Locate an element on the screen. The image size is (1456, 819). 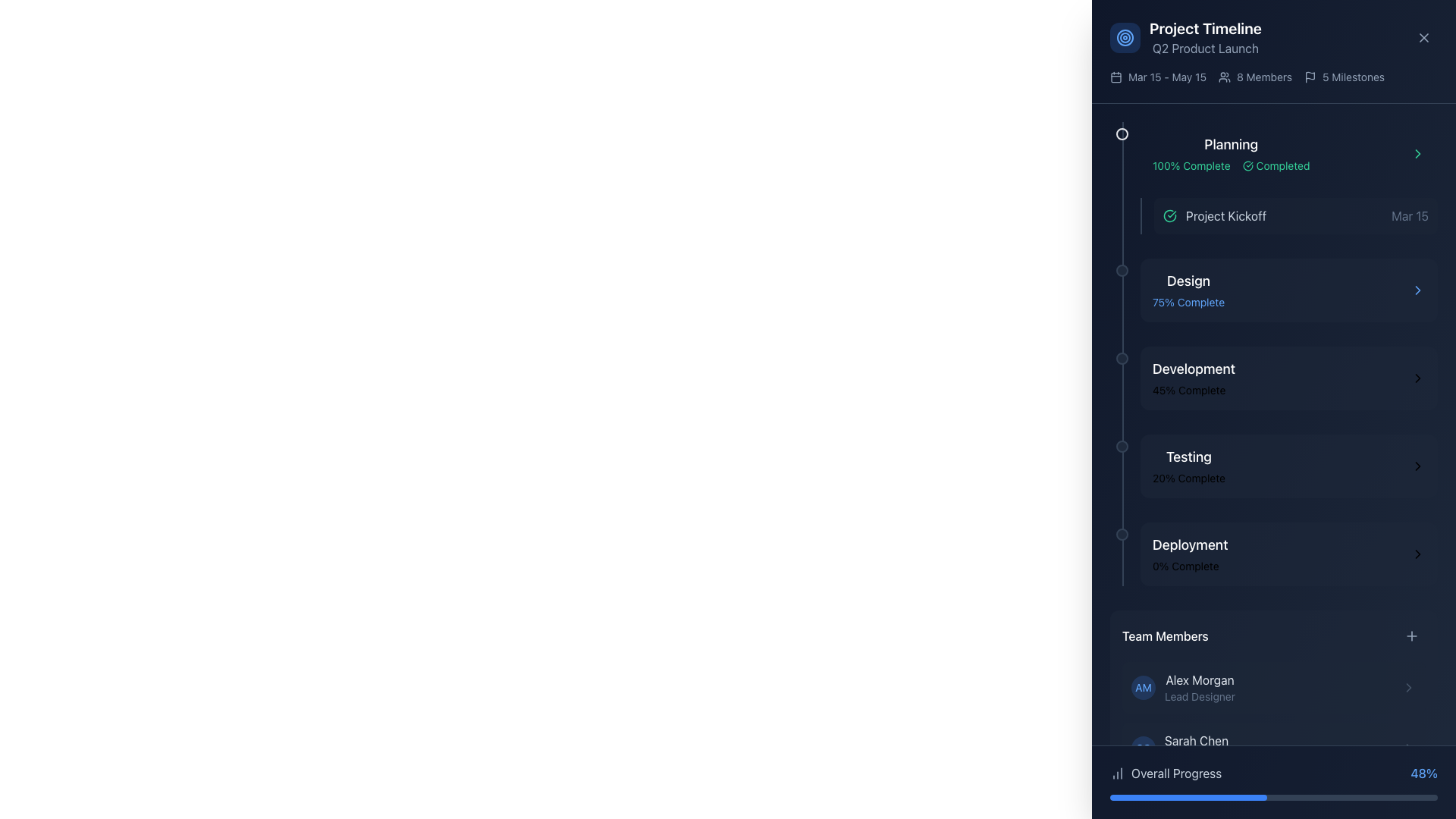
the small dark grey circle with a lighter border located at the top left corner of the 'Development 45% Complete' section in the timeline is located at coordinates (1122, 359).